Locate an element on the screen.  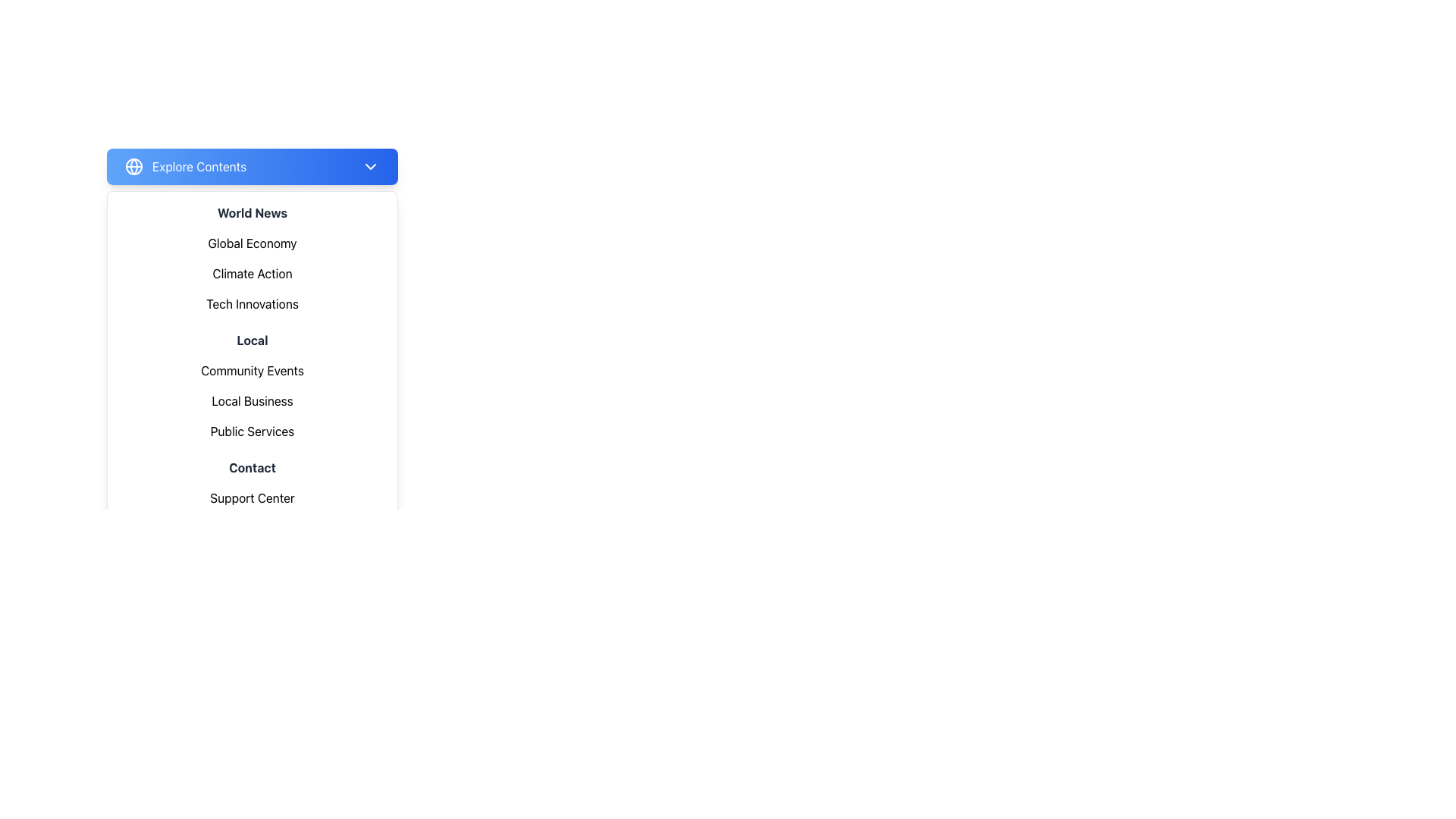
the static text 'World News' which is positioned at the top of the dropdown menu under the header 'Explore Contents' is located at coordinates (252, 213).